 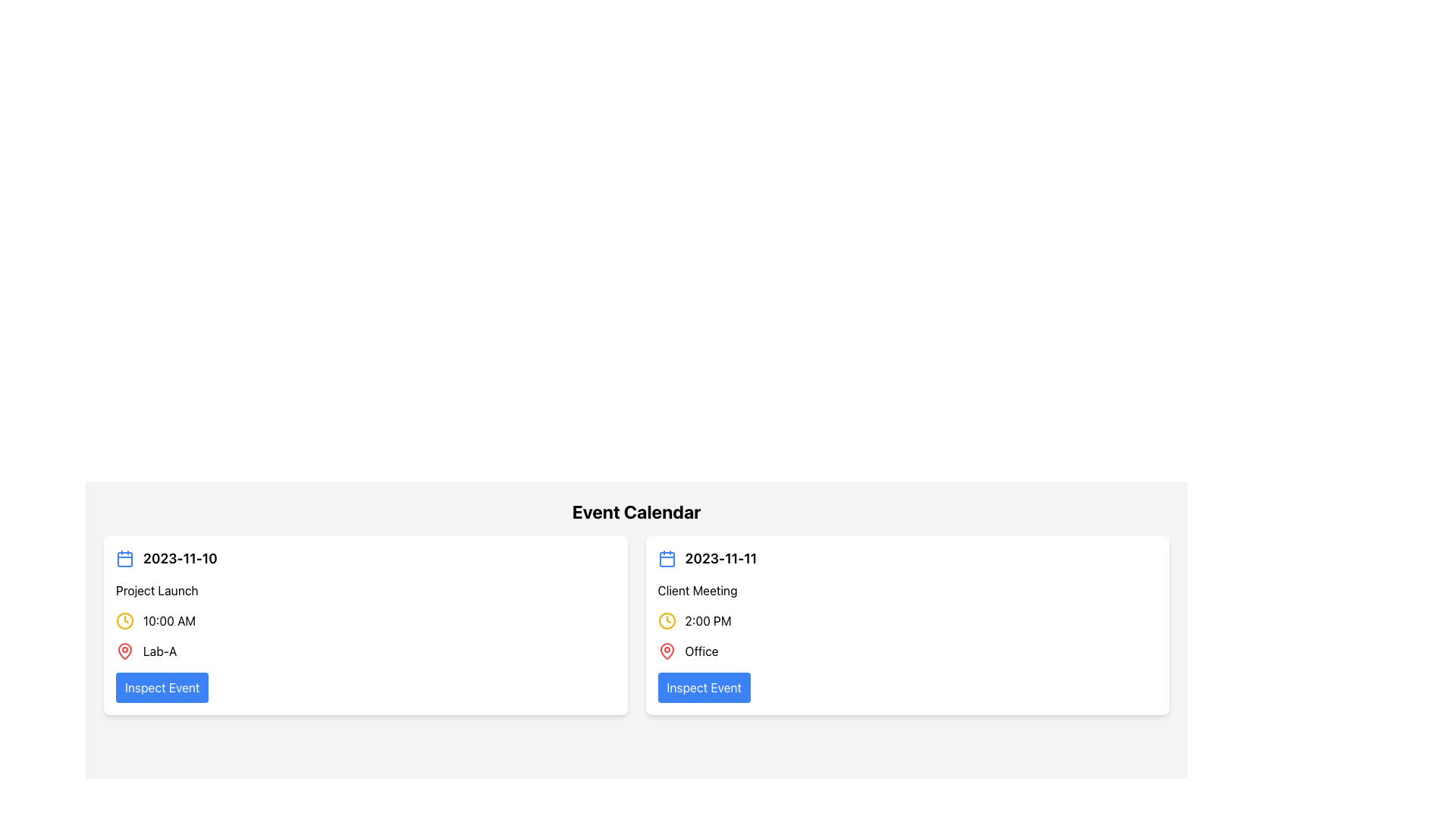 What do you see at coordinates (155, 620) in the screenshot?
I see `the Time display with icon located within the first event card, positioned under the date and event title, and above the location information` at bounding box center [155, 620].